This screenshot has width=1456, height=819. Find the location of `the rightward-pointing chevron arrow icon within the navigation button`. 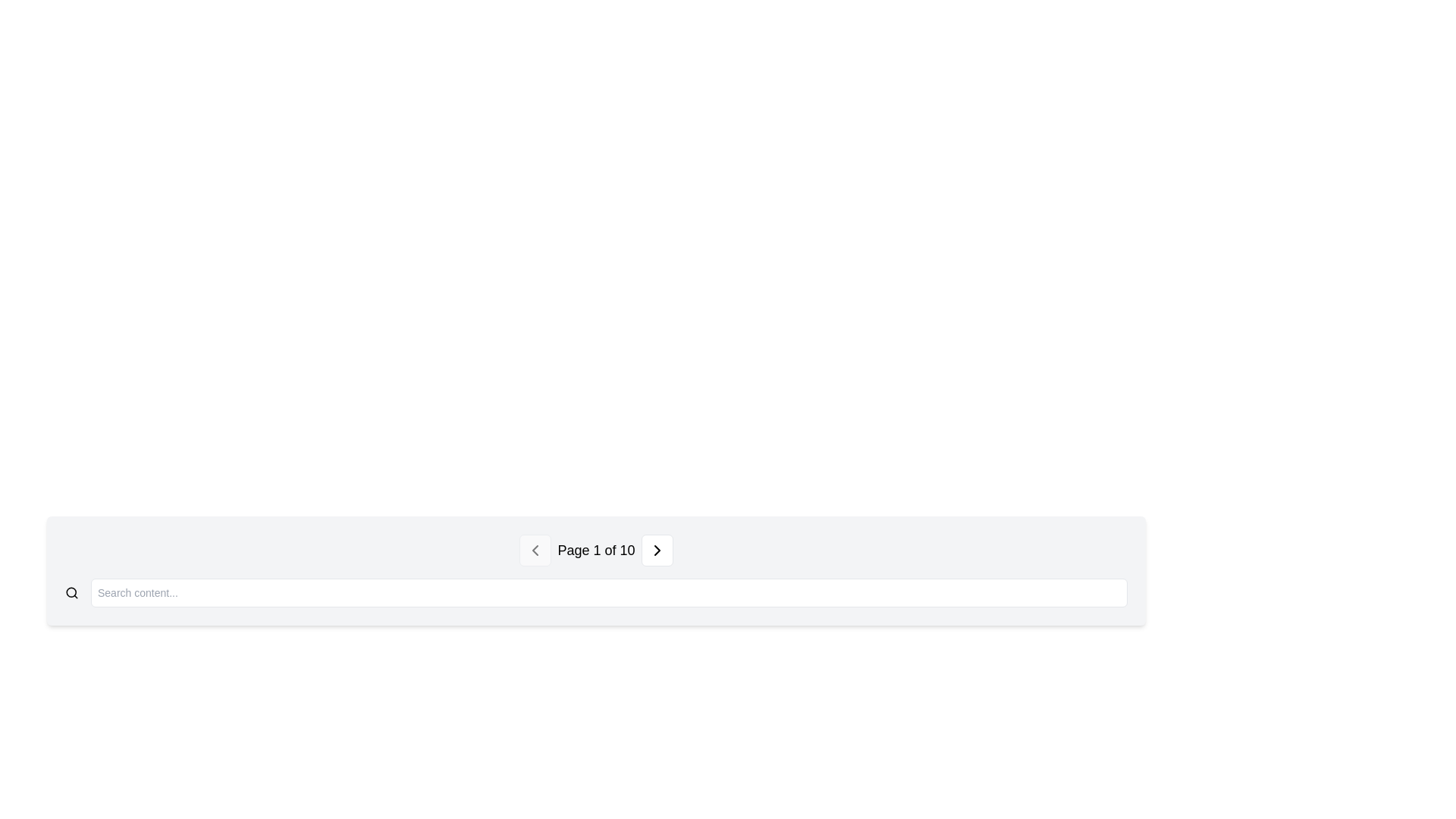

the rightward-pointing chevron arrow icon within the navigation button is located at coordinates (657, 550).